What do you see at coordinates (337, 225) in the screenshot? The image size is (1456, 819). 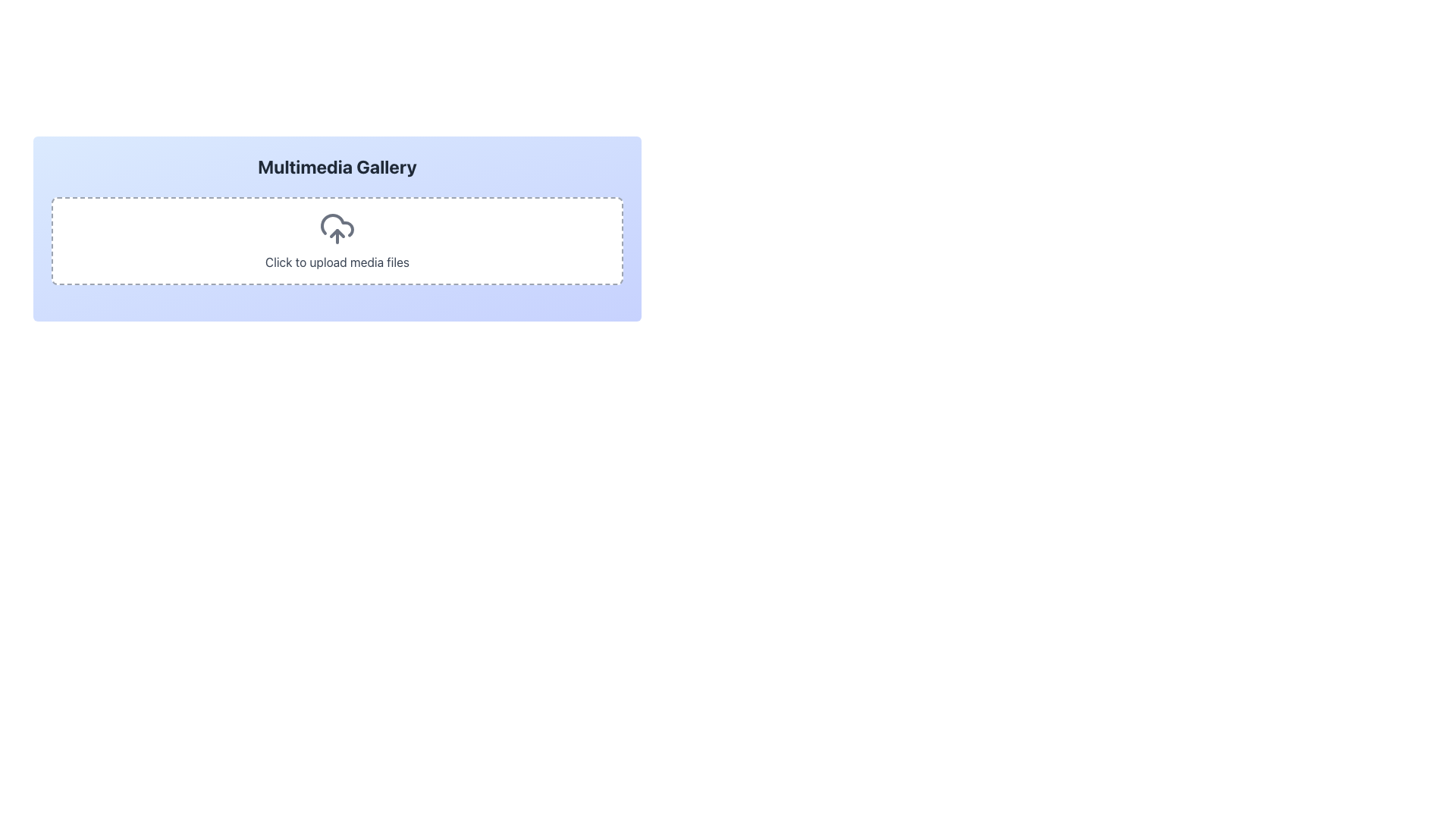 I see `the upper portion of the cloud-shaped graphical icon within the dashed-bordered rectangle labeled 'Click to upload media files'` at bounding box center [337, 225].